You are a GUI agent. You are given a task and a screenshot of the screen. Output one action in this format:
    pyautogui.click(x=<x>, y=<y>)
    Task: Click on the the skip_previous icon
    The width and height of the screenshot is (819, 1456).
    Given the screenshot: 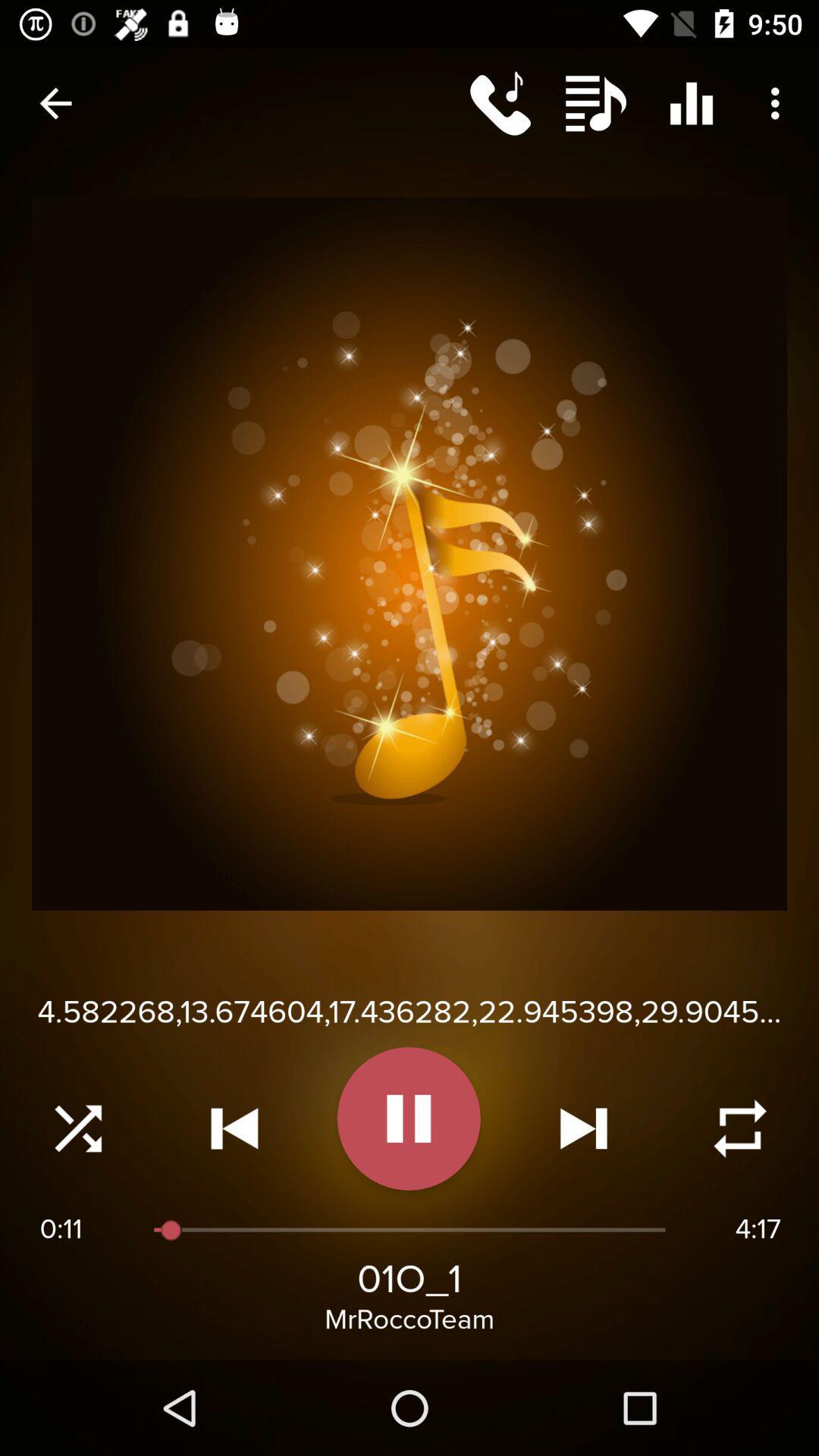 What is the action you would take?
    pyautogui.click(x=234, y=1128)
    